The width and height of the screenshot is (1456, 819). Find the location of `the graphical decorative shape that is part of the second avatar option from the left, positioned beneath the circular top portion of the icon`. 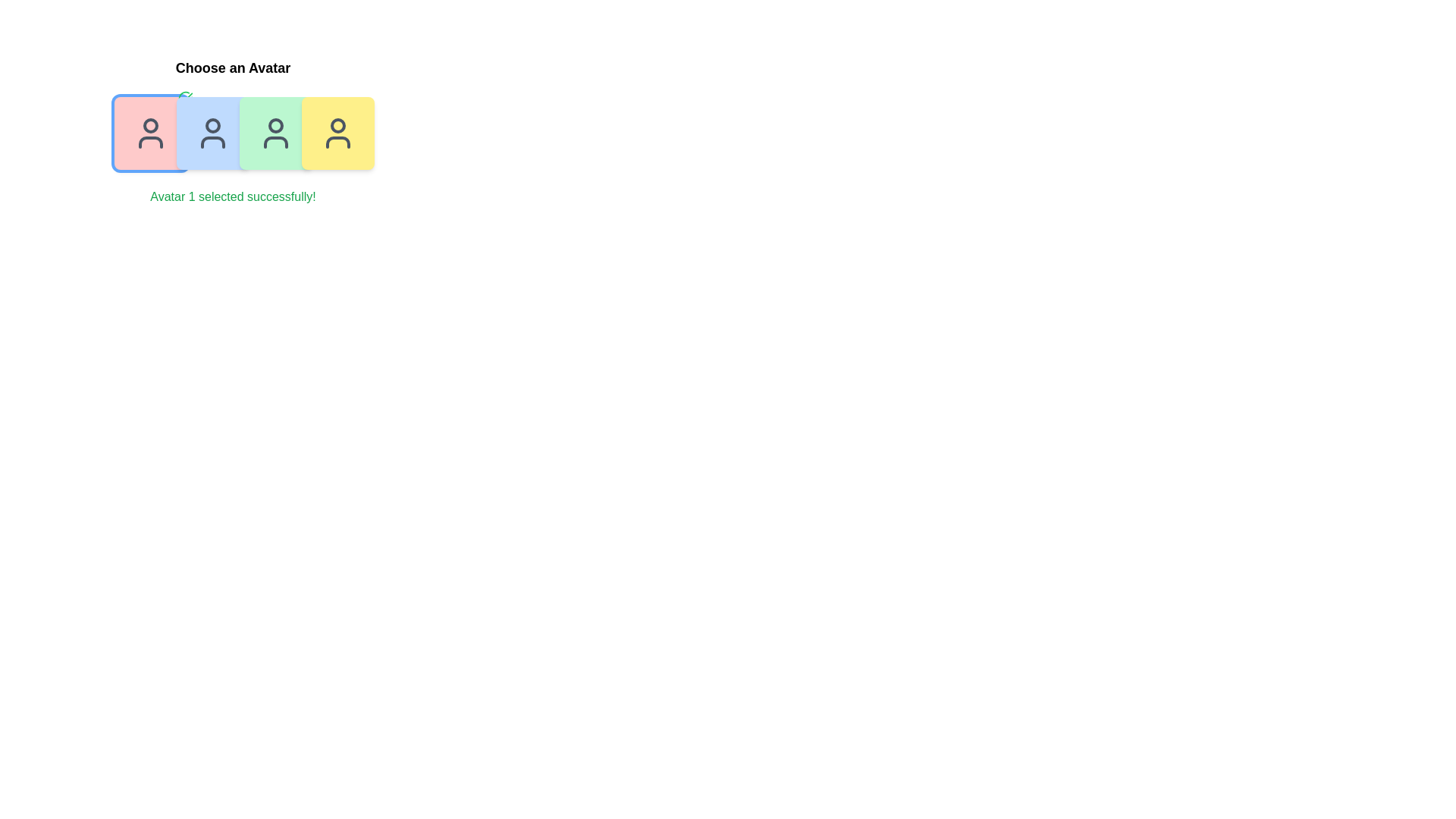

the graphical decorative shape that is part of the second avatar option from the left, positioned beneath the circular top portion of the icon is located at coordinates (212, 143).